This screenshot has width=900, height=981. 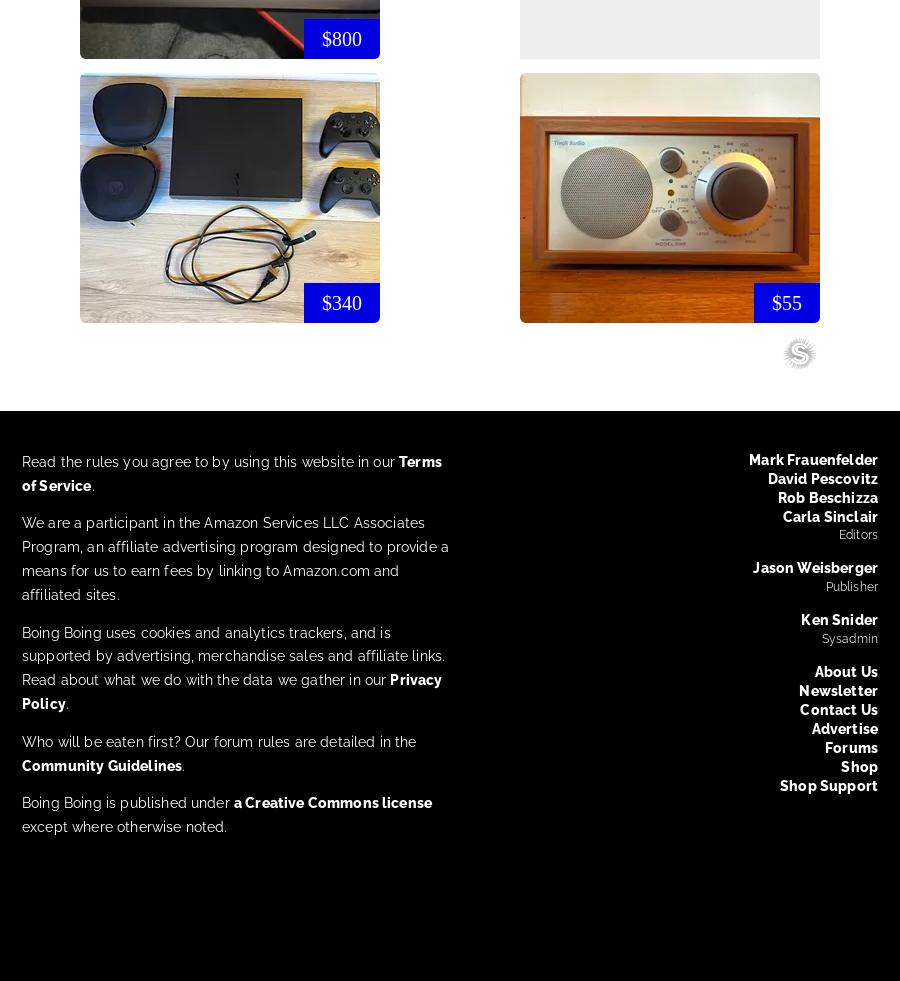 I want to click on 'Shop Support', so click(x=828, y=784).